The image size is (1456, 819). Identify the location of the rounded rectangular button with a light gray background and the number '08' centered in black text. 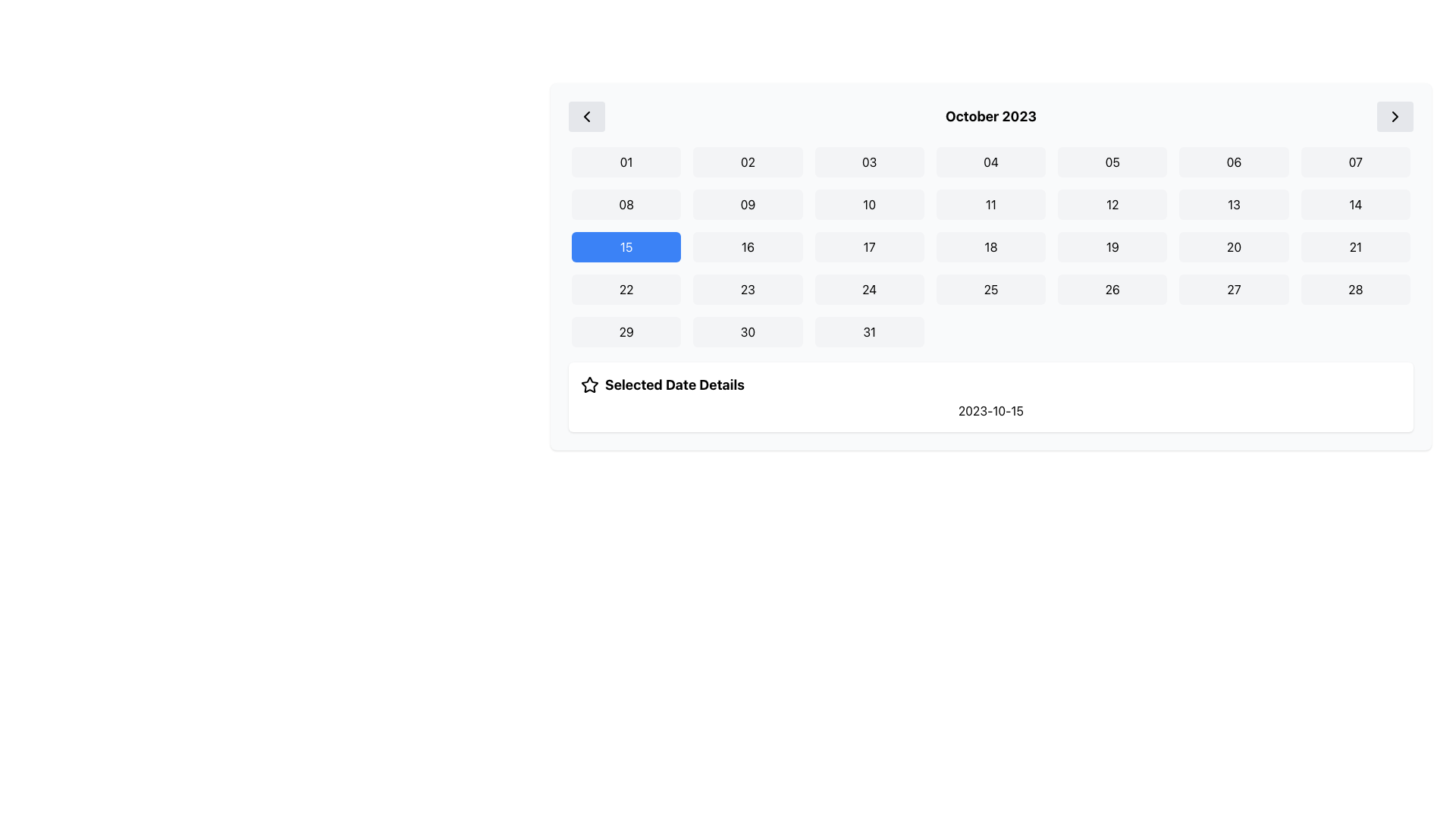
(626, 205).